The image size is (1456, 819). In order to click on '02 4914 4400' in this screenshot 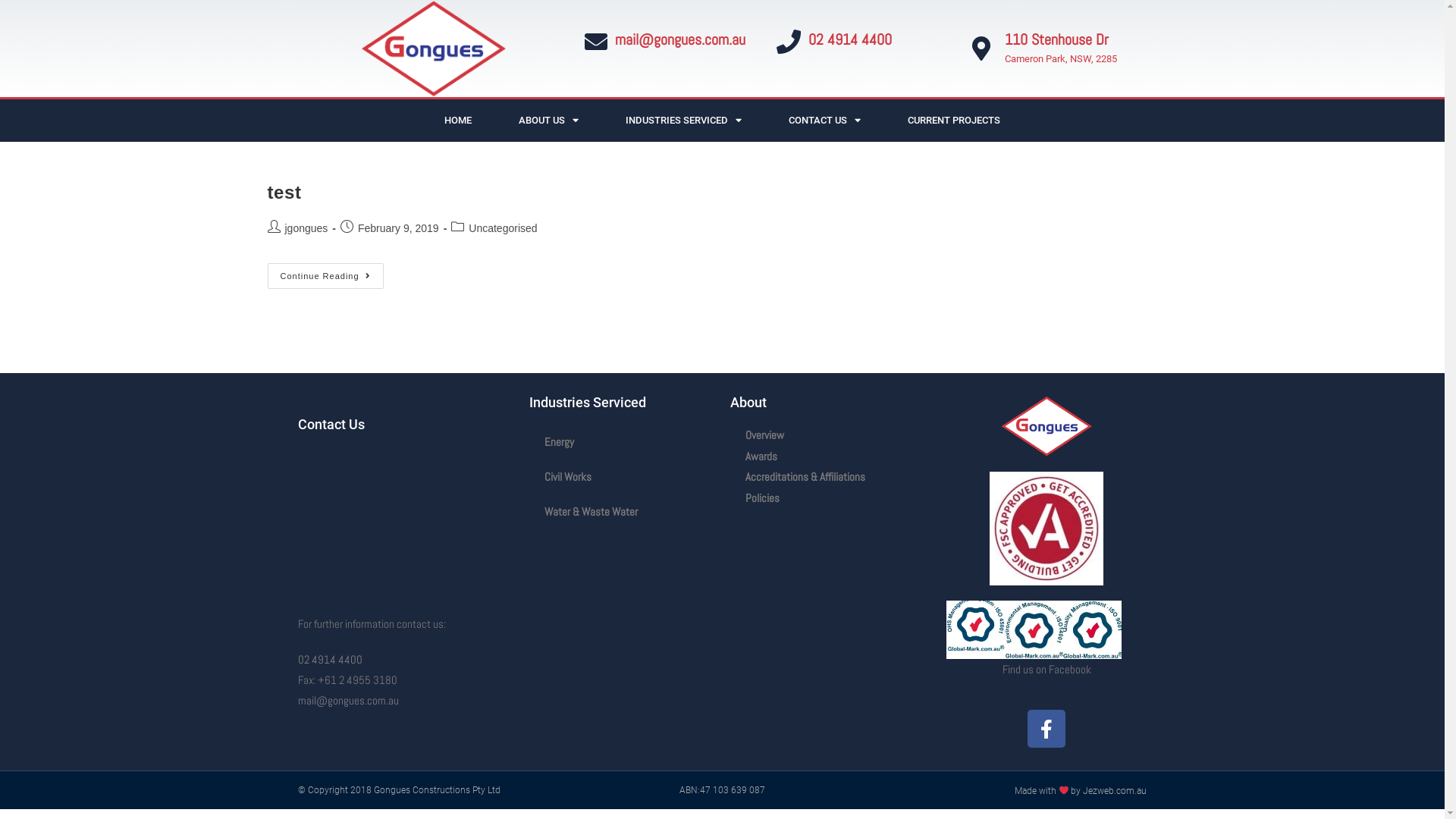, I will do `click(850, 38)`.